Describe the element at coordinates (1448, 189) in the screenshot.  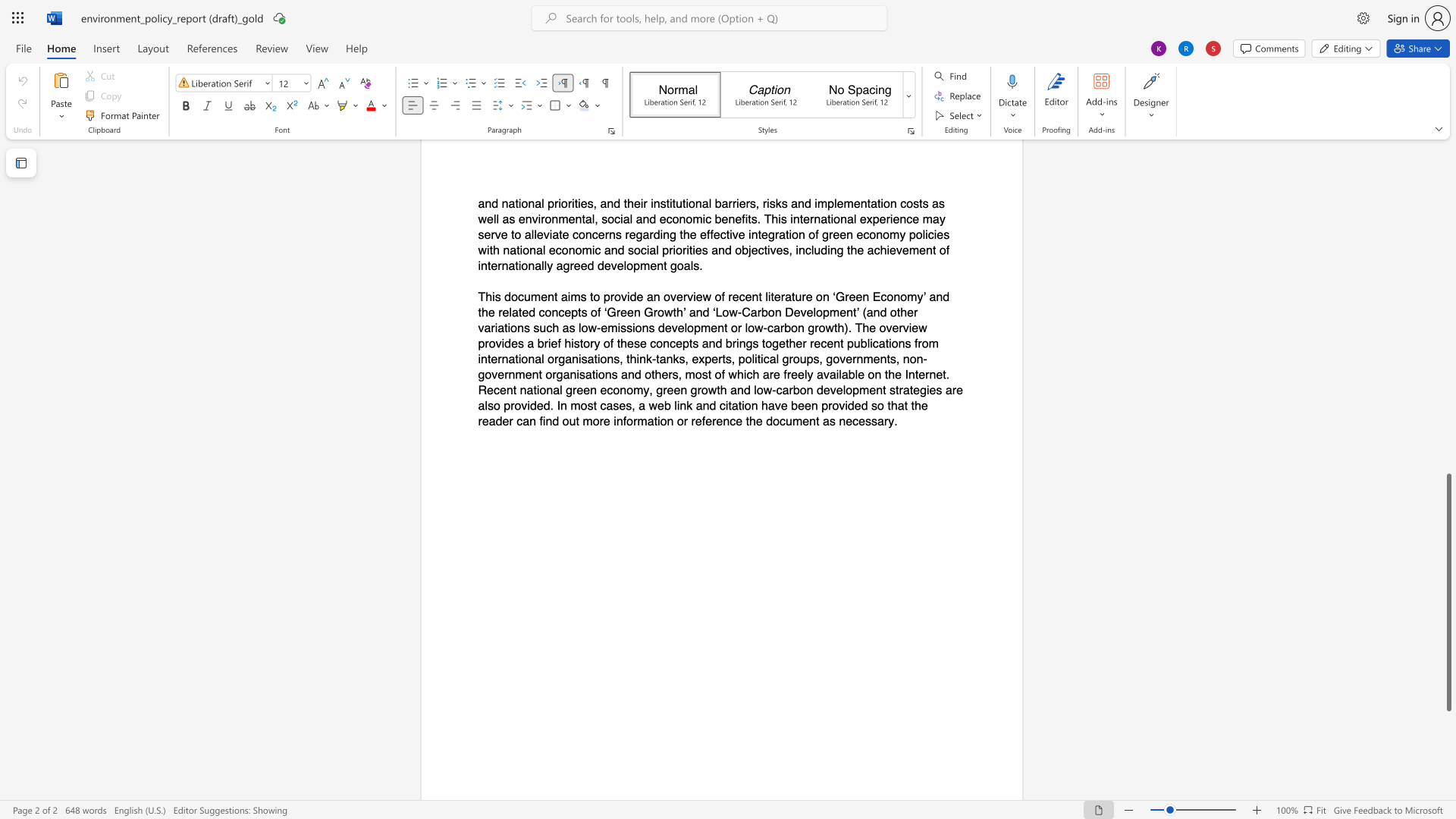
I see `the scrollbar to scroll the page up` at that location.